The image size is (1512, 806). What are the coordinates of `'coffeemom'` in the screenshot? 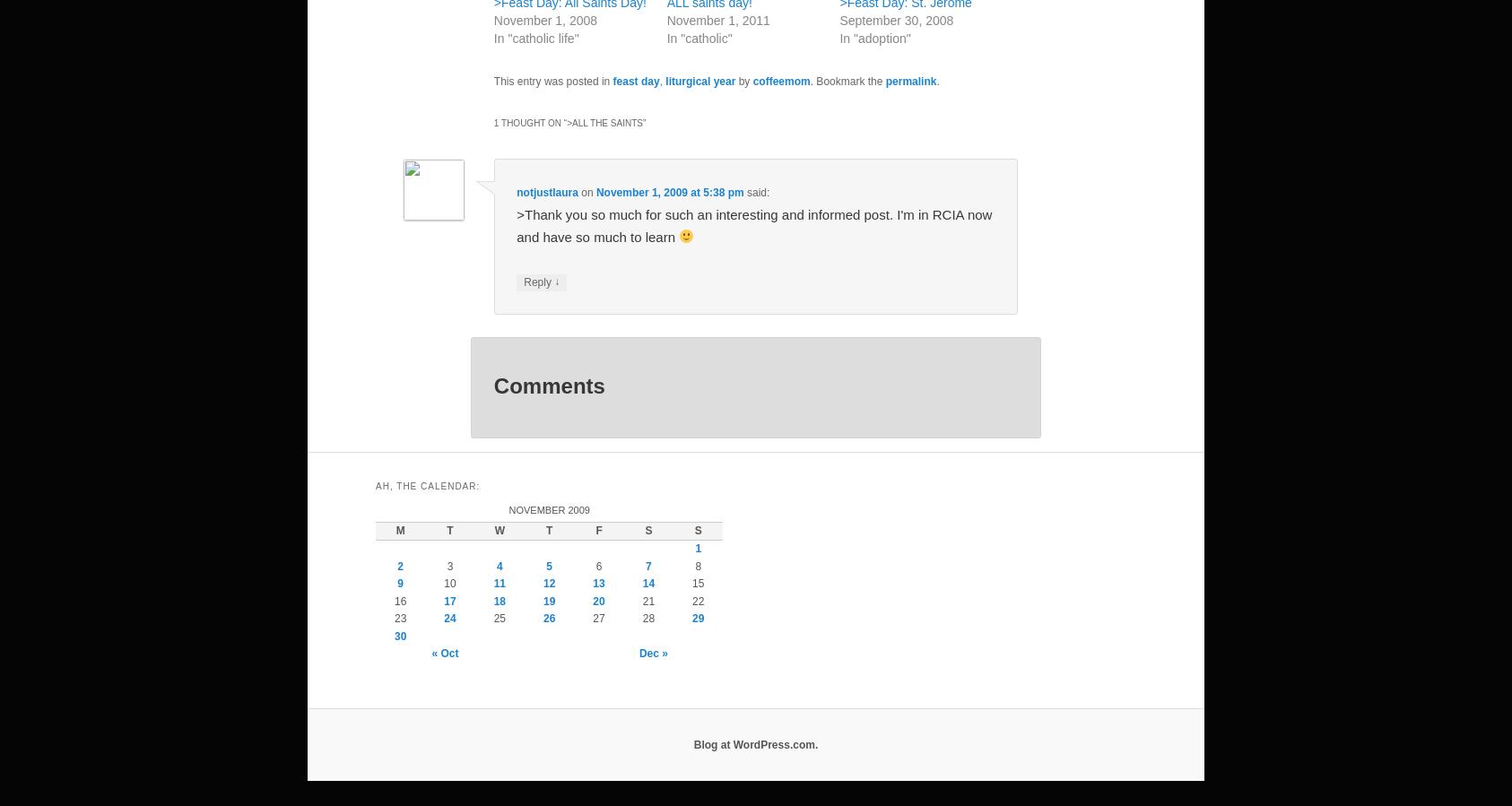 It's located at (779, 80).